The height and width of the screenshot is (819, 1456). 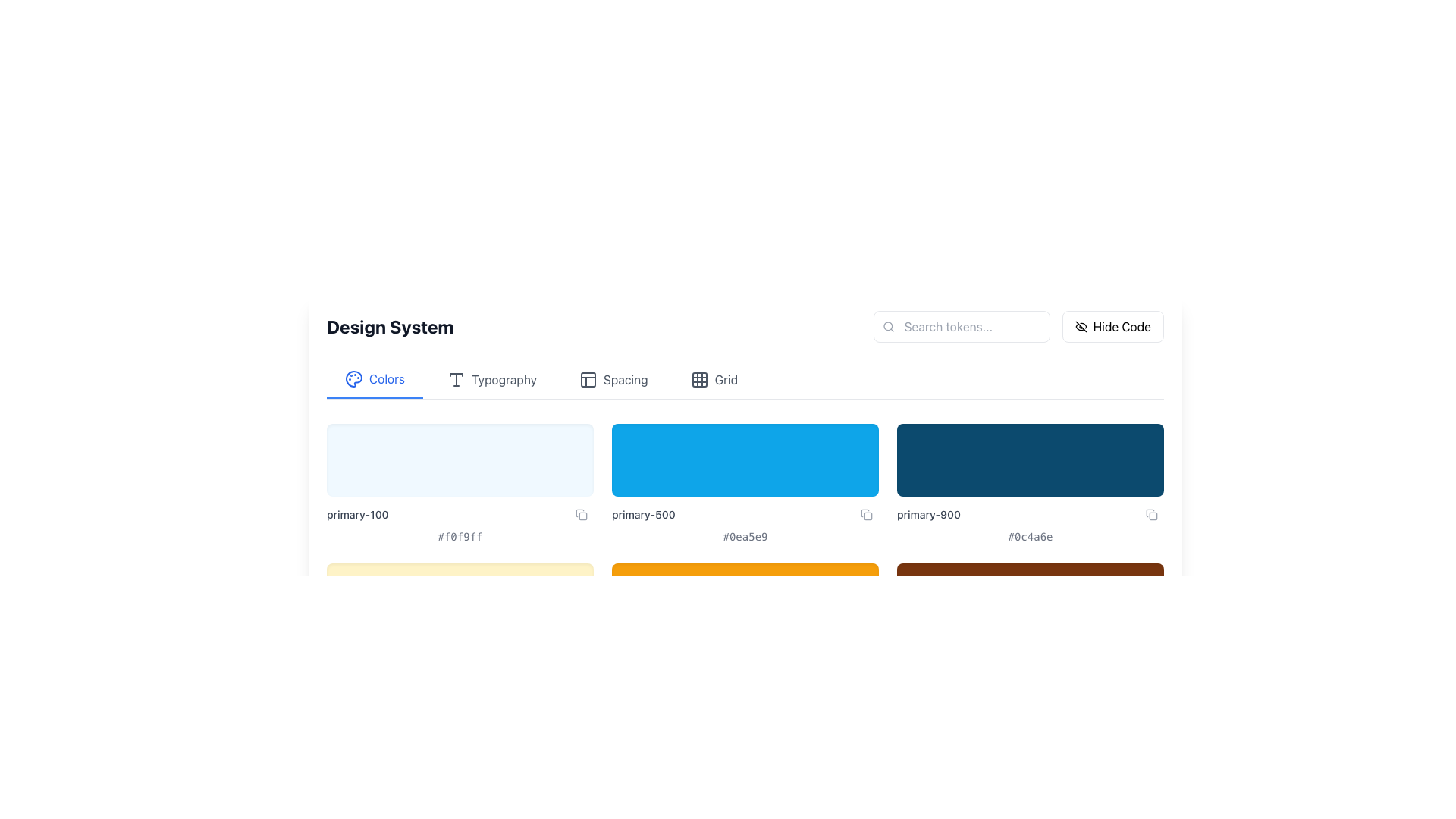 What do you see at coordinates (745, 459) in the screenshot?
I see `the bright blue color swatch (#0ea5e9) to copy its color identification` at bounding box center [745, 459].